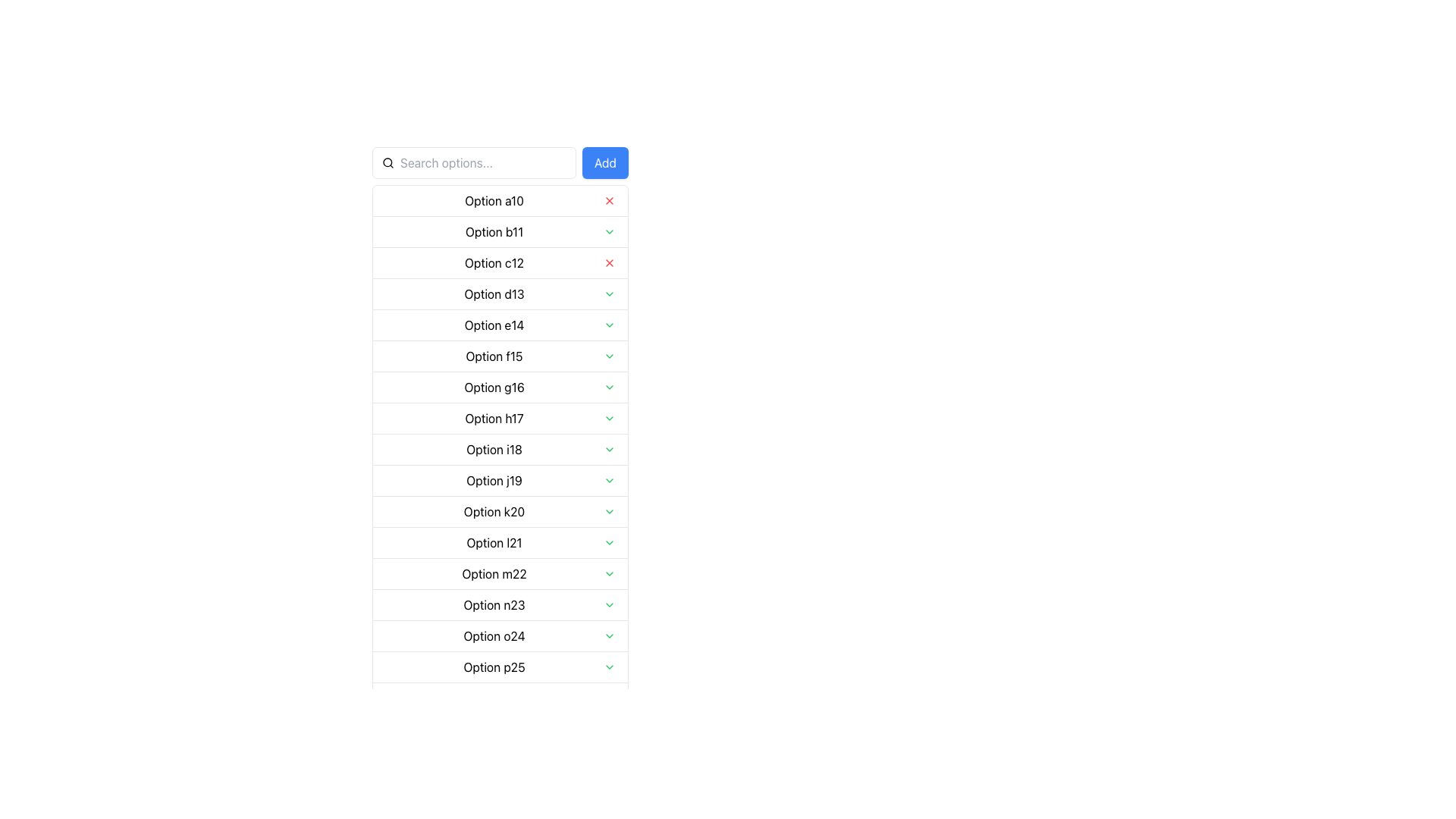 Image resolution: width=1456 pixels, height=819 pixels. I want to click on the chevron icon located to the far right of the entry labeled 'Option g16', so click(610, 386).